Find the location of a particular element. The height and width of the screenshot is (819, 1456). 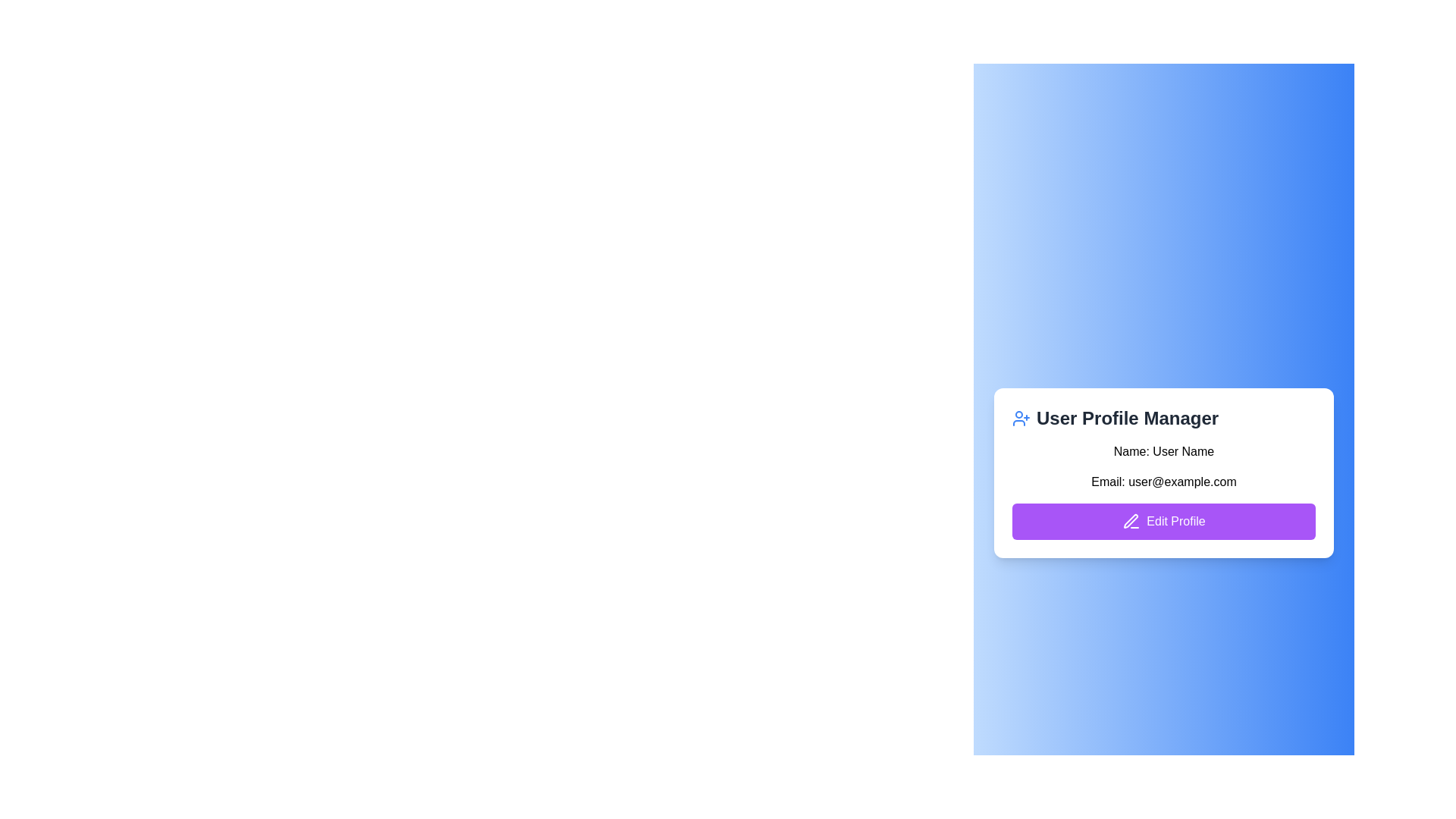

the text label 'Email:' that identifies the associated email address 'user@example.com' is located at coordinates (1108, 482).